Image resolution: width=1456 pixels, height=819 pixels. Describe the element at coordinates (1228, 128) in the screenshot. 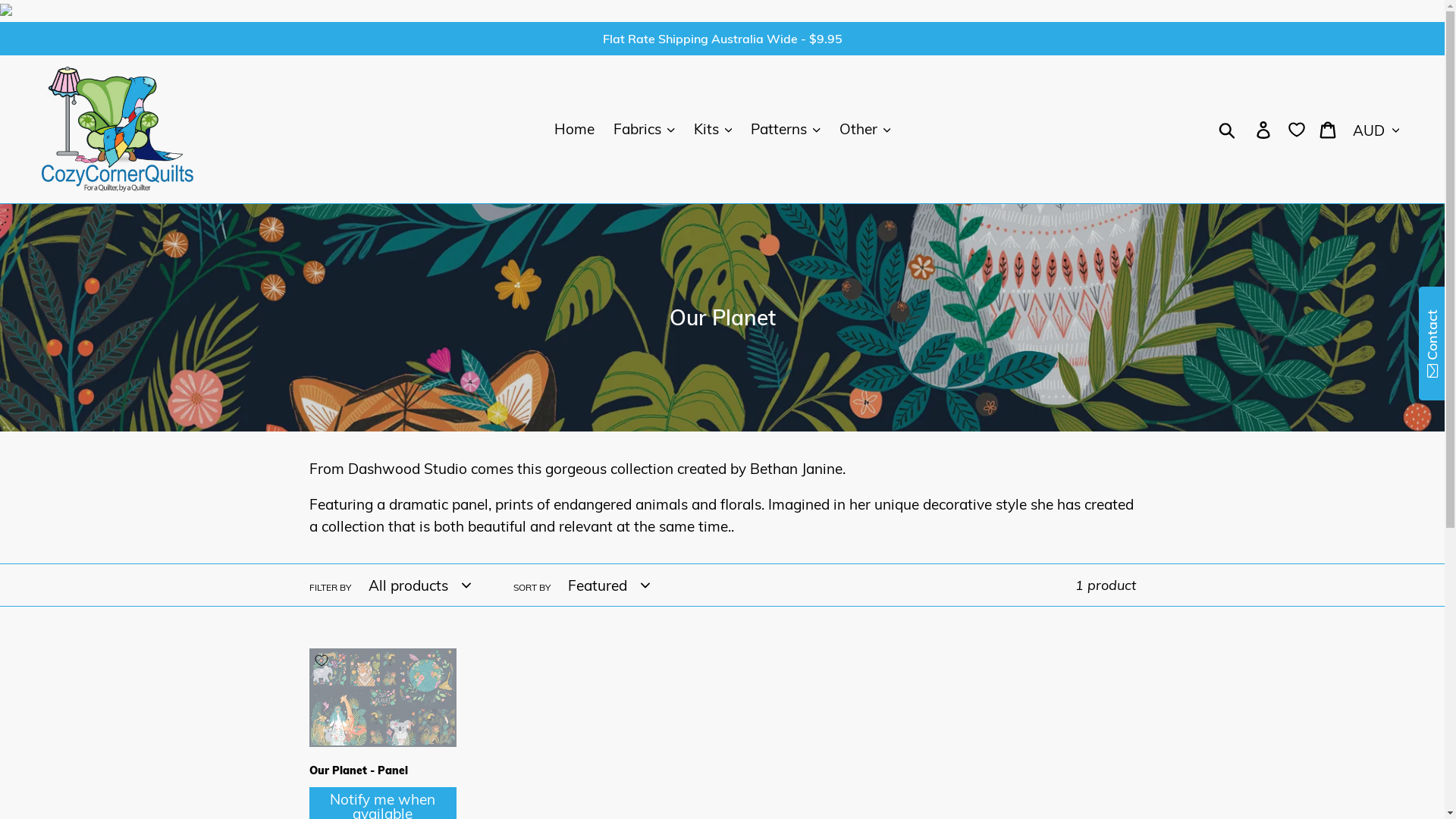

I see `'Submit'` at that location.